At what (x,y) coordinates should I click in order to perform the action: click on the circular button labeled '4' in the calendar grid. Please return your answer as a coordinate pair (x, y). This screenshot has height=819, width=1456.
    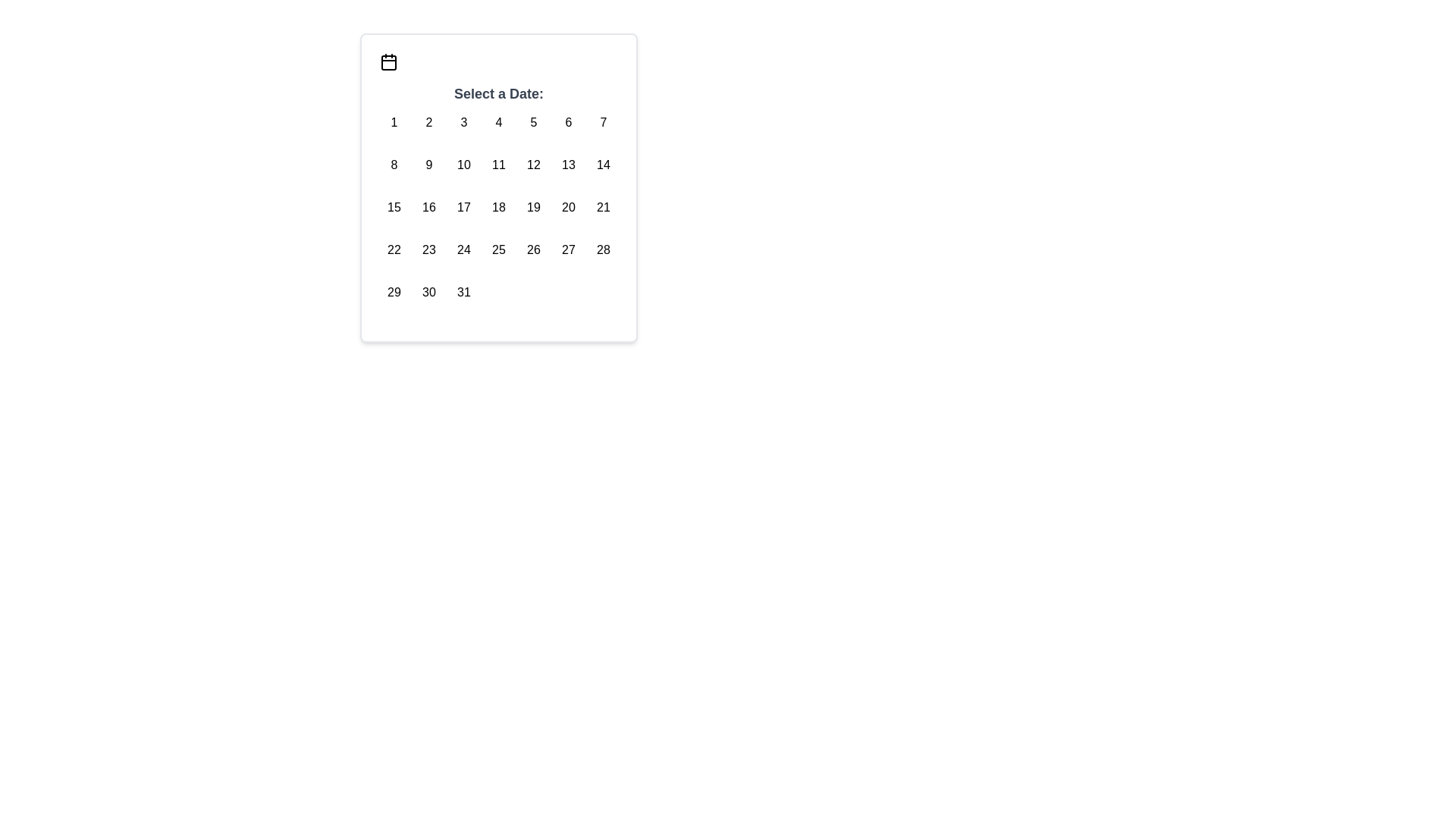
    Looking at the image, I should click on (498, 122).